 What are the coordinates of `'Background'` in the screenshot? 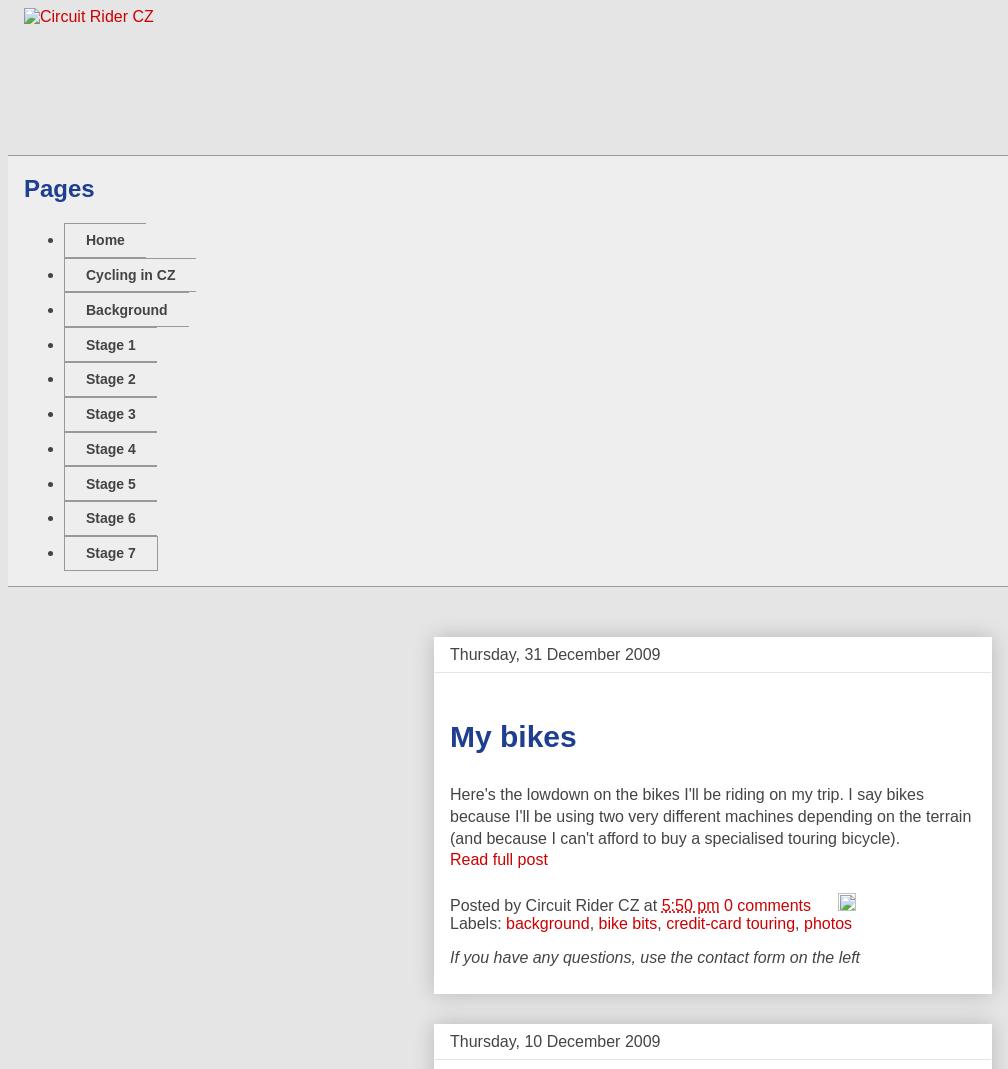 It's located at (126, 308).